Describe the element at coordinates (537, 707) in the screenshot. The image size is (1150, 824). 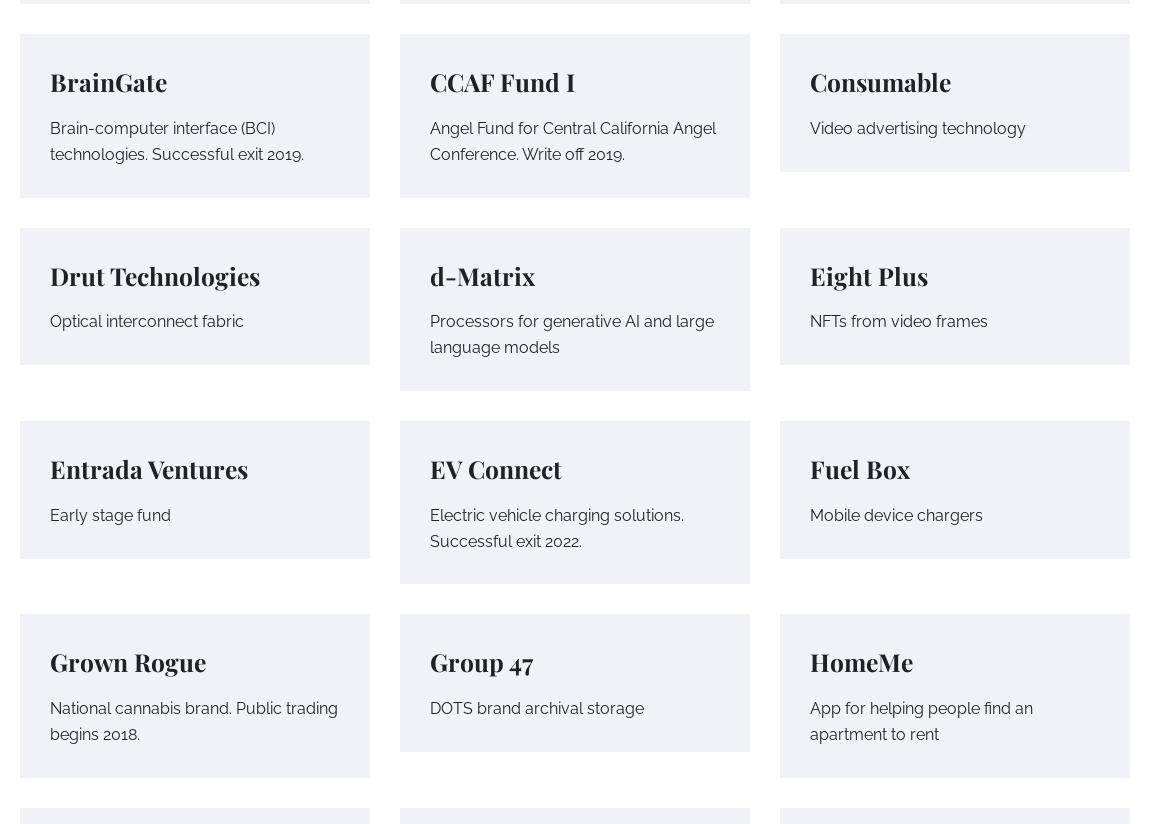
I see `'DOTS brand archival storage'` at that location.